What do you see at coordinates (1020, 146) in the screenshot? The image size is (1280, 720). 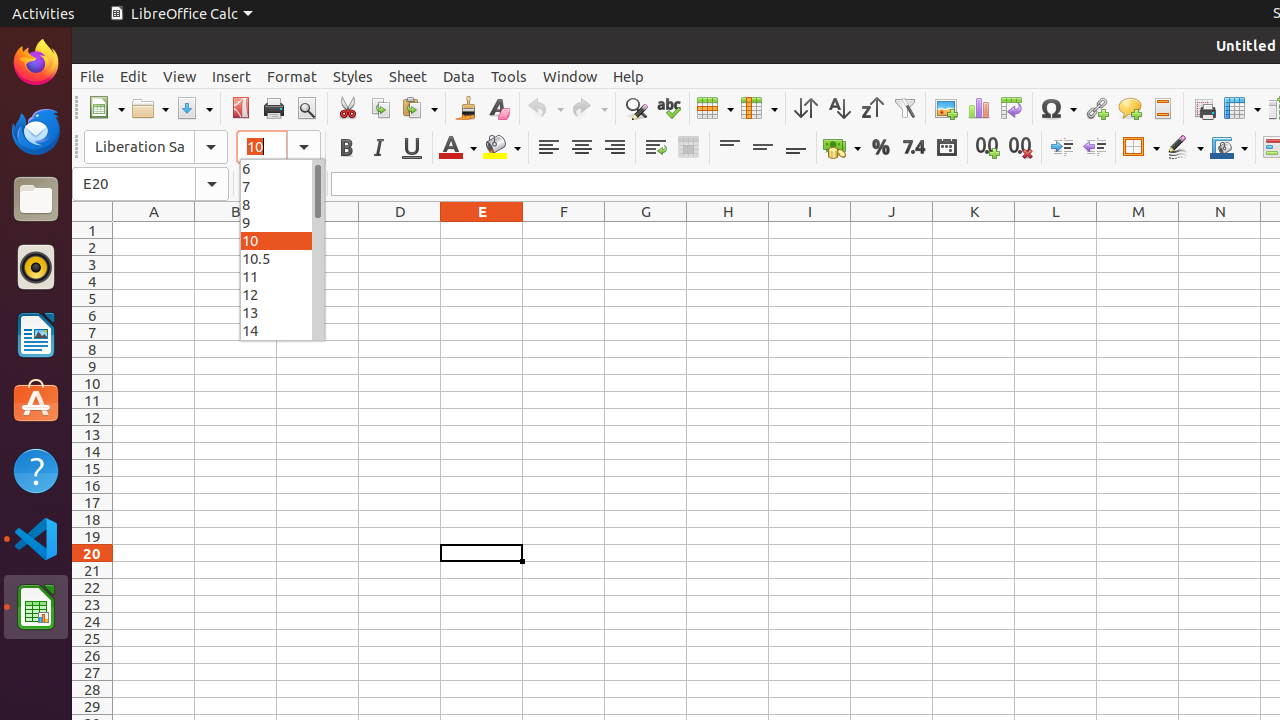 I see `'Delete Decimal Place'` at bounding box center [1020, 146].